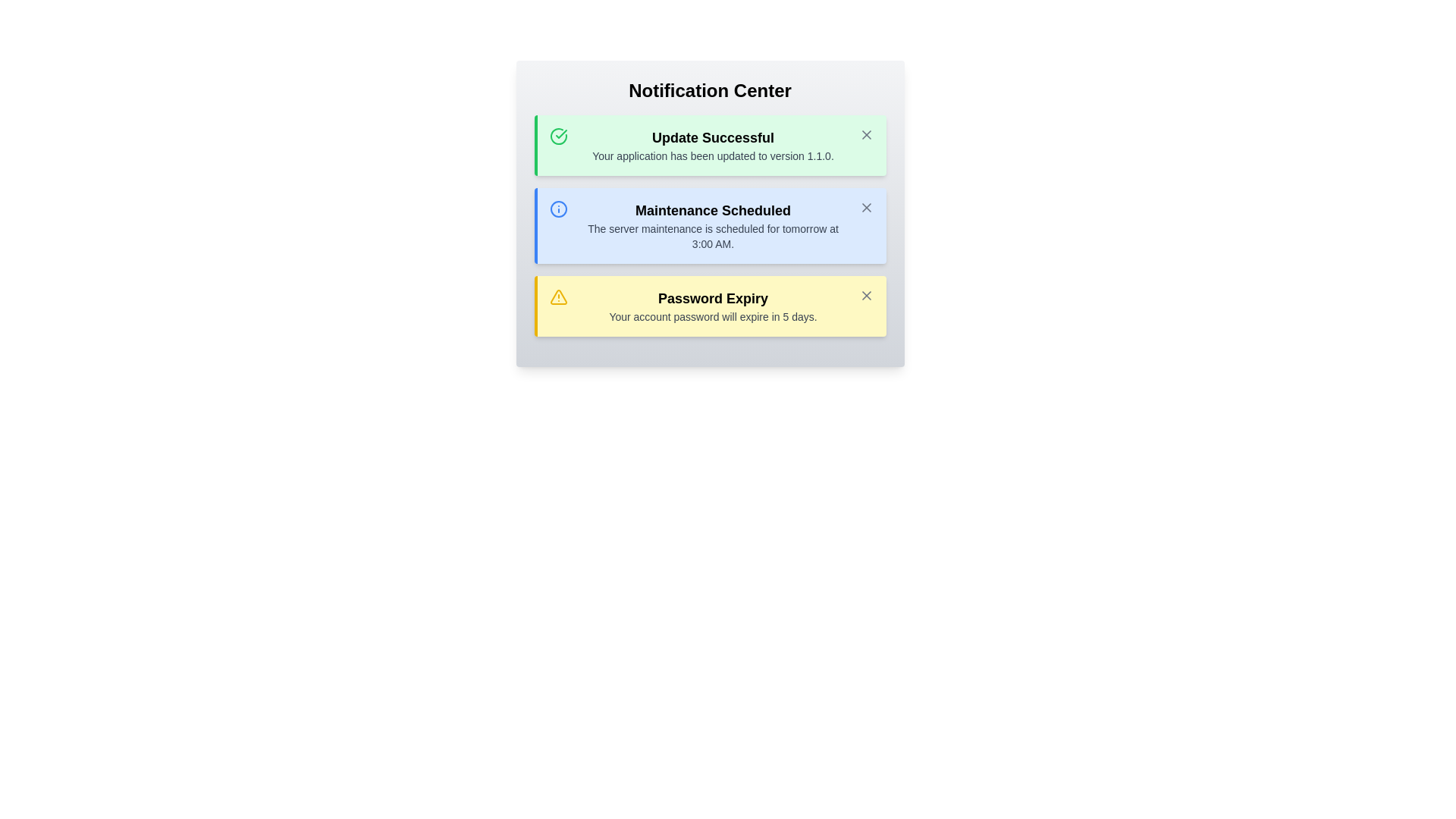  What do you see at coordinates (712, 315) in the screenshot?
I see `the informational text in the 'Password Expiry' section, which is the second line of text providing details about a password expiry event` at bounding box center [712, 315].